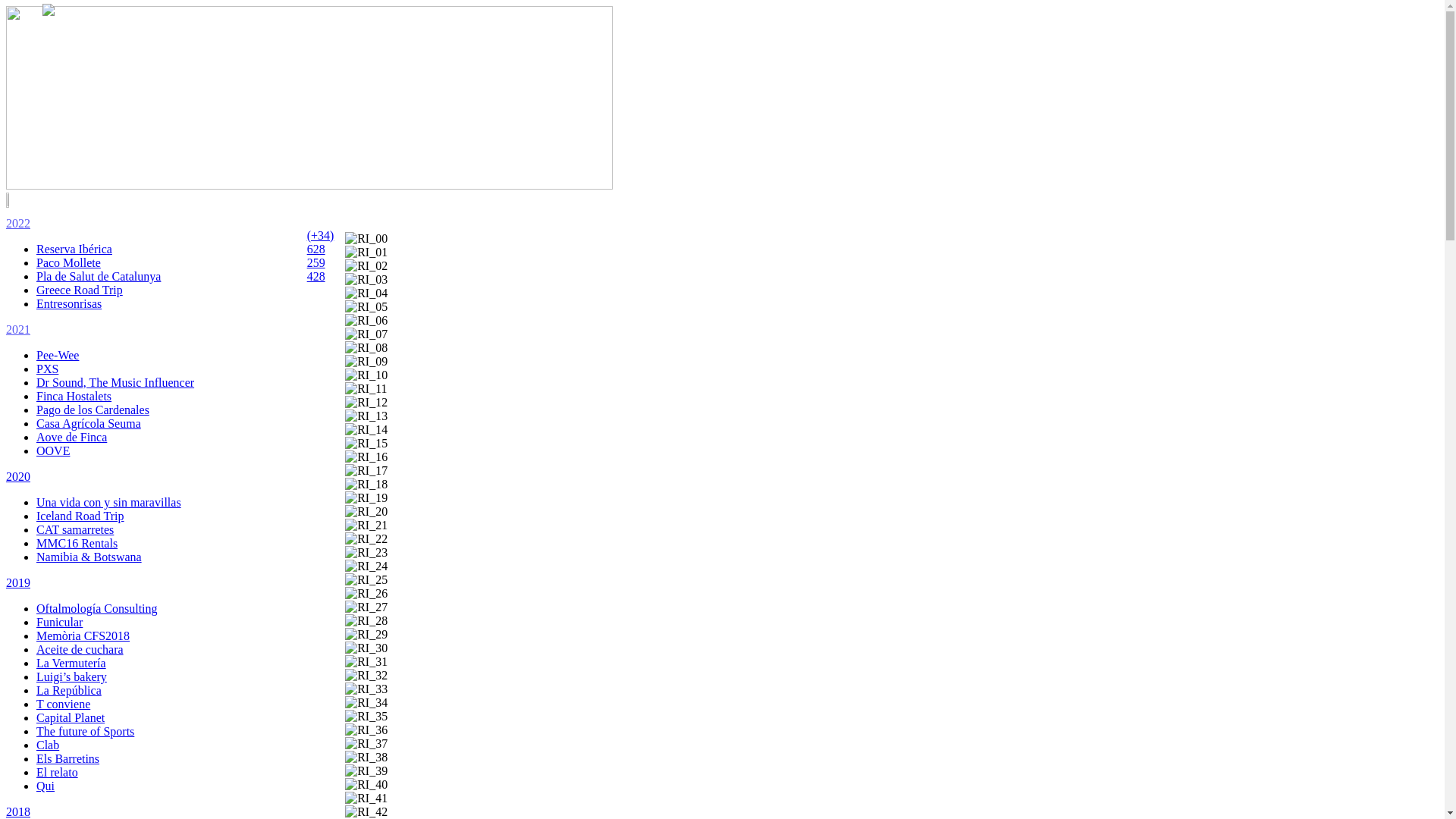  I want to click on 'Namibia & Botswana', so click(36, 557).